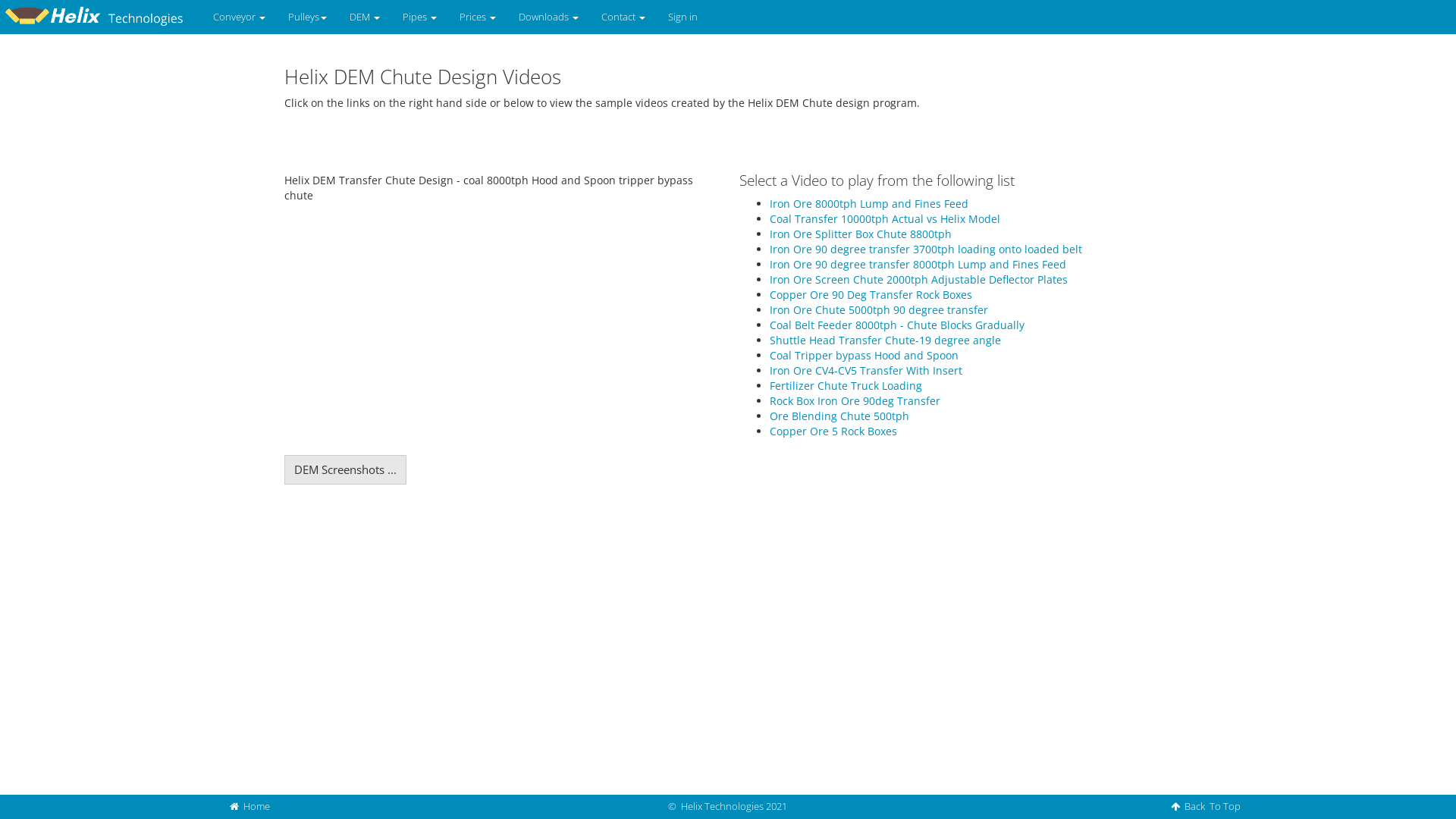 This screenshot has height=819, width=1456. I want to click on 'Iron Ore CV4-CV5 Transfer With Insert', so click(866, 370).